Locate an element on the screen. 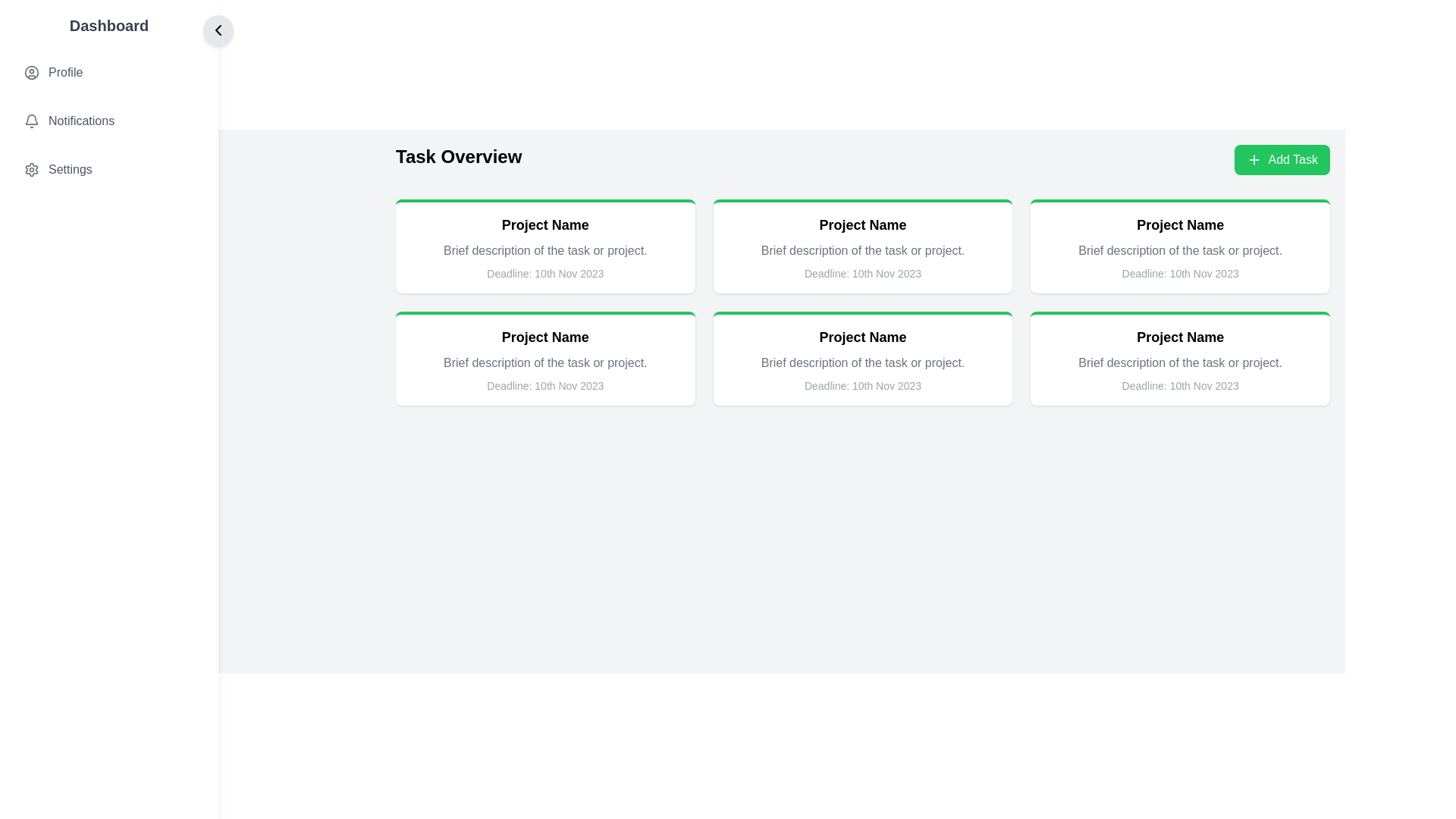 The image size is (1456, 819). the Card element with a white background, shadow effect, and rounded corners is located at coordinates (862, 359).